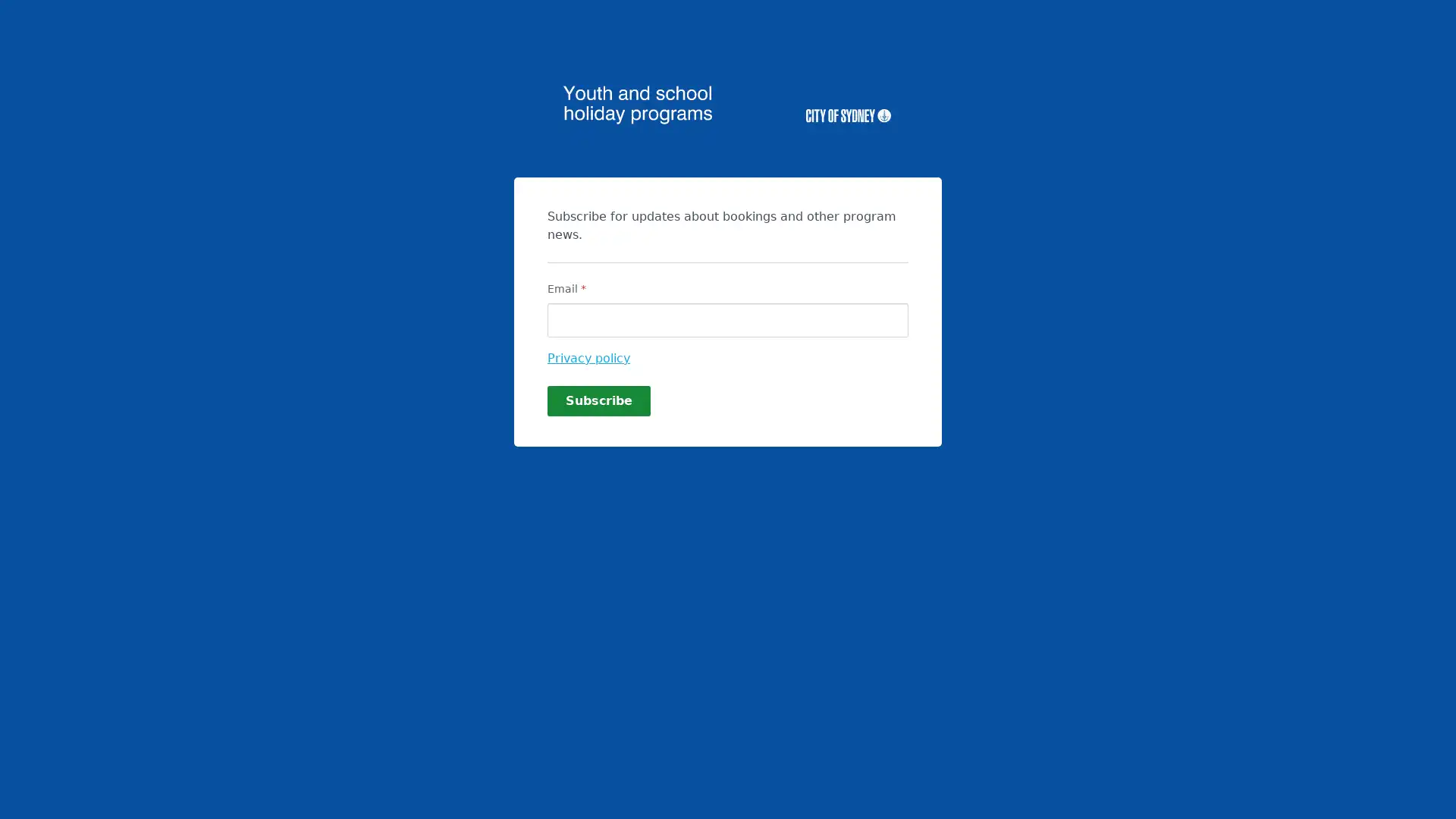 Image resolution: width=1456 pixels, height=819 pixels. Describe the element at coordinates (598, 400) in the screenshot. I see `Subscribe` at that location.